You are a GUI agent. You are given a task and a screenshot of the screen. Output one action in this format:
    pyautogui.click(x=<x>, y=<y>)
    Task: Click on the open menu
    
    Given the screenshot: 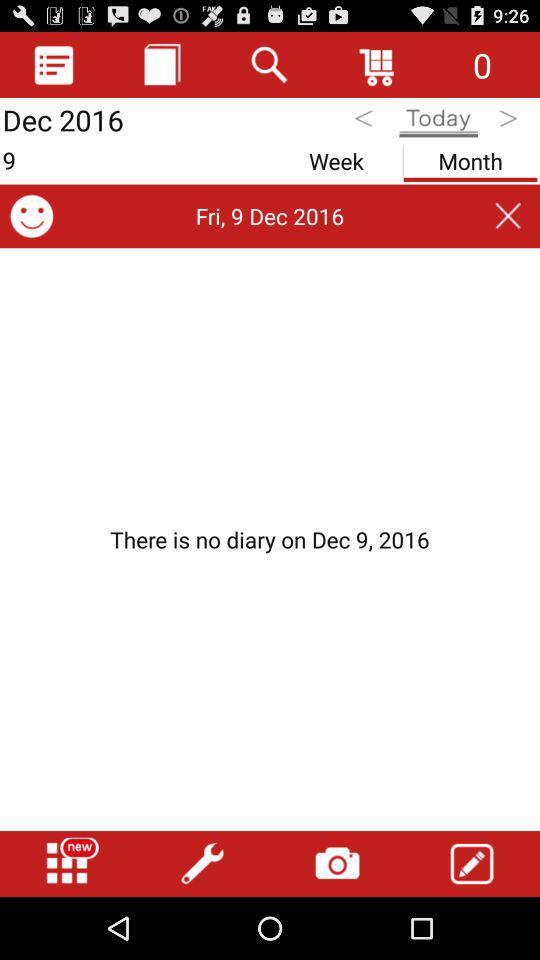 What is the action you would take?
    pyautogui.click(x=67, y=863)
    